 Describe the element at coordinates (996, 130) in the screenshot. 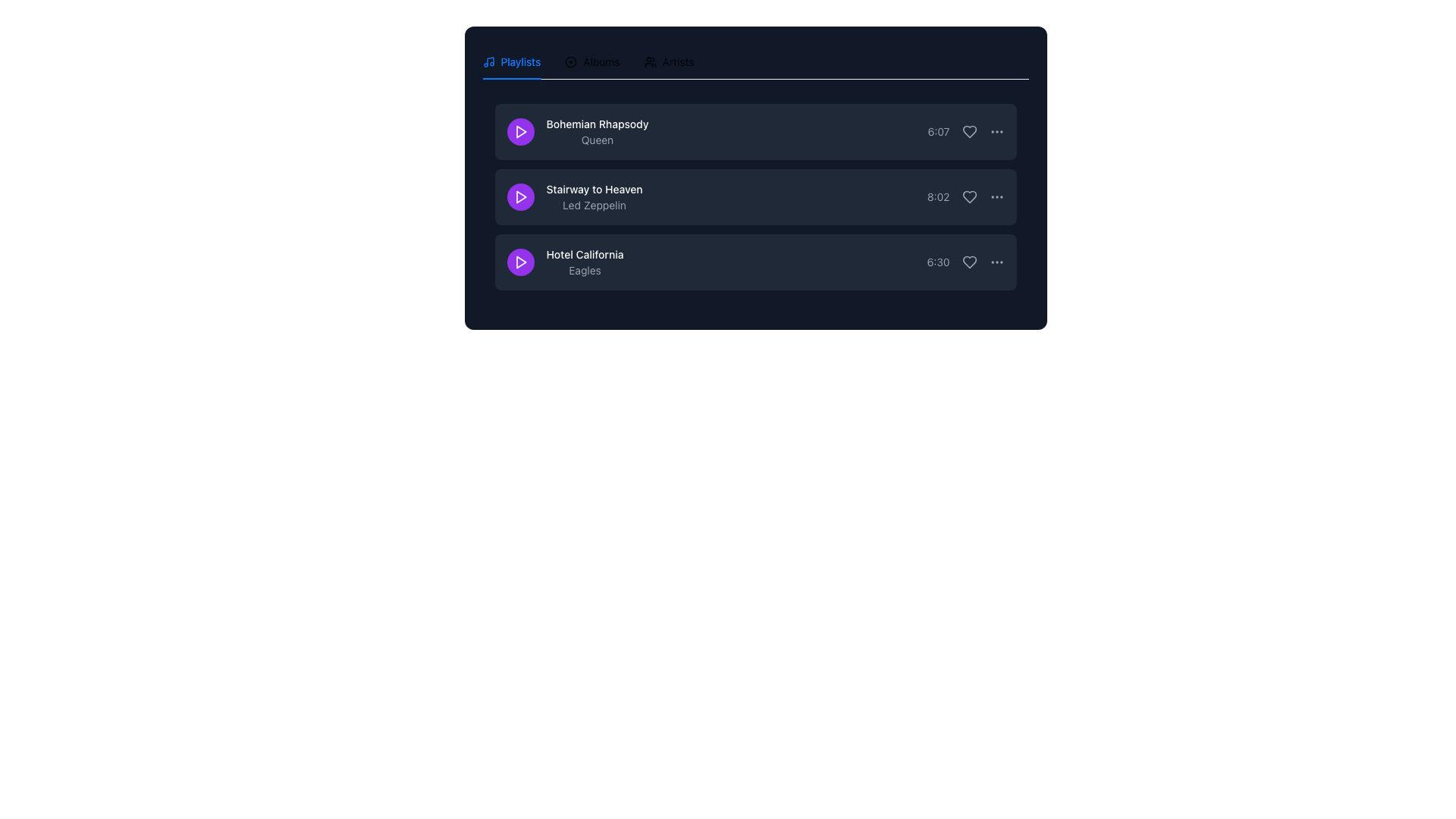

I see `the ellipsis icon button, which consists of three horizontally-aligned gray dots that turn purple on hover` at that location.